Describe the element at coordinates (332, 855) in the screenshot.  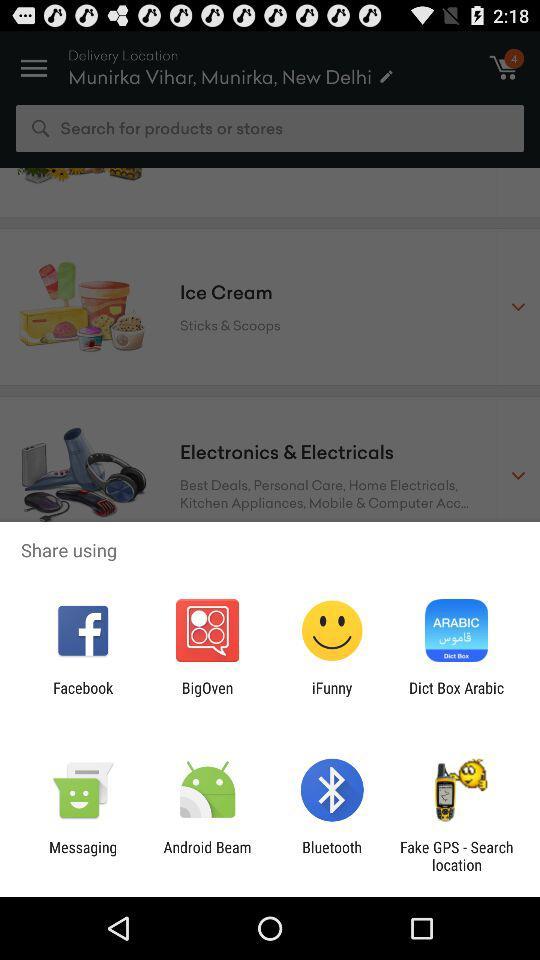
I see `the bluetooth item` at that location.